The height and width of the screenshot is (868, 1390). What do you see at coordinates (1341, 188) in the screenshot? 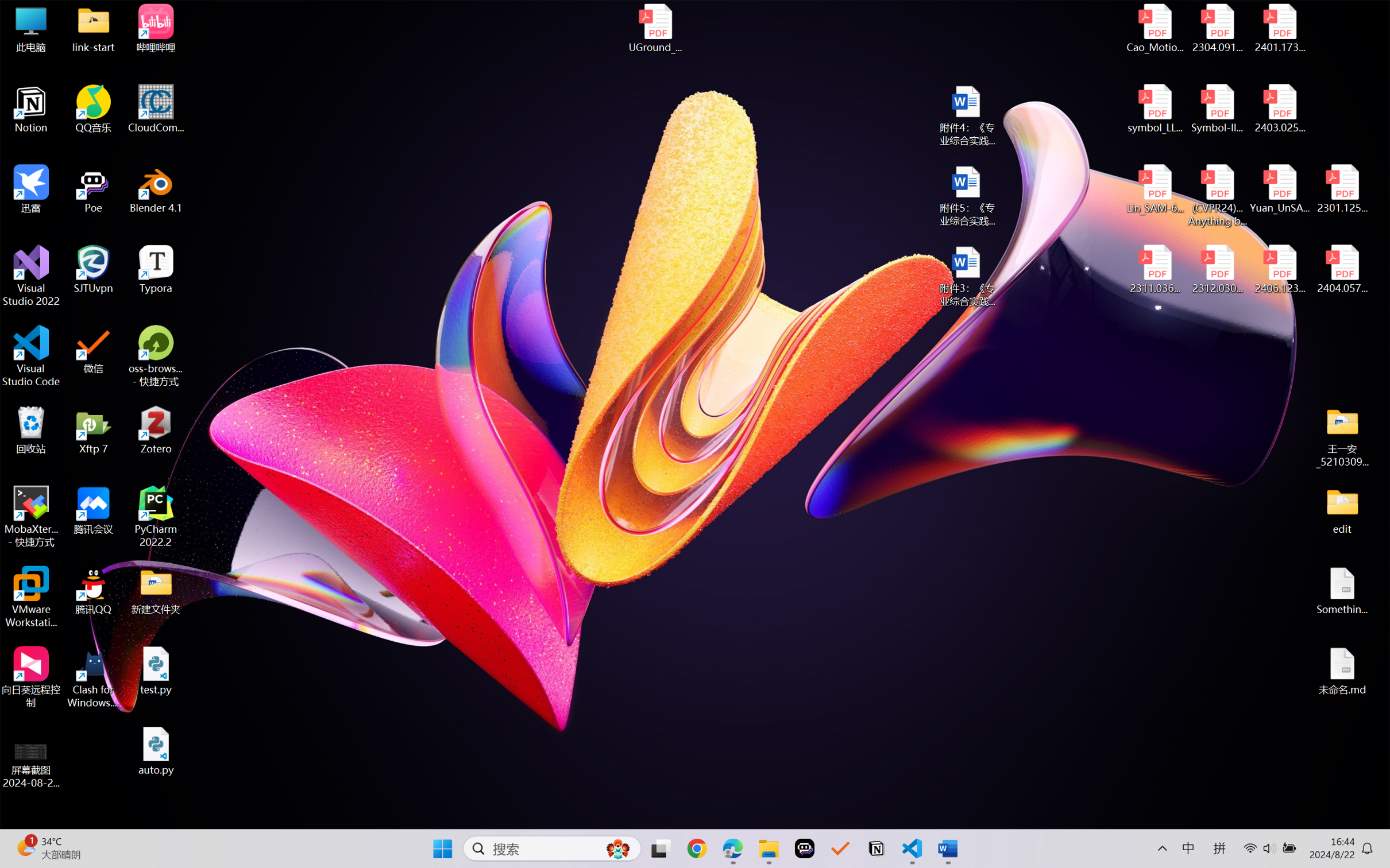
I see `'2301.12597v3.pdf'` at bounding box center [1341, 188].